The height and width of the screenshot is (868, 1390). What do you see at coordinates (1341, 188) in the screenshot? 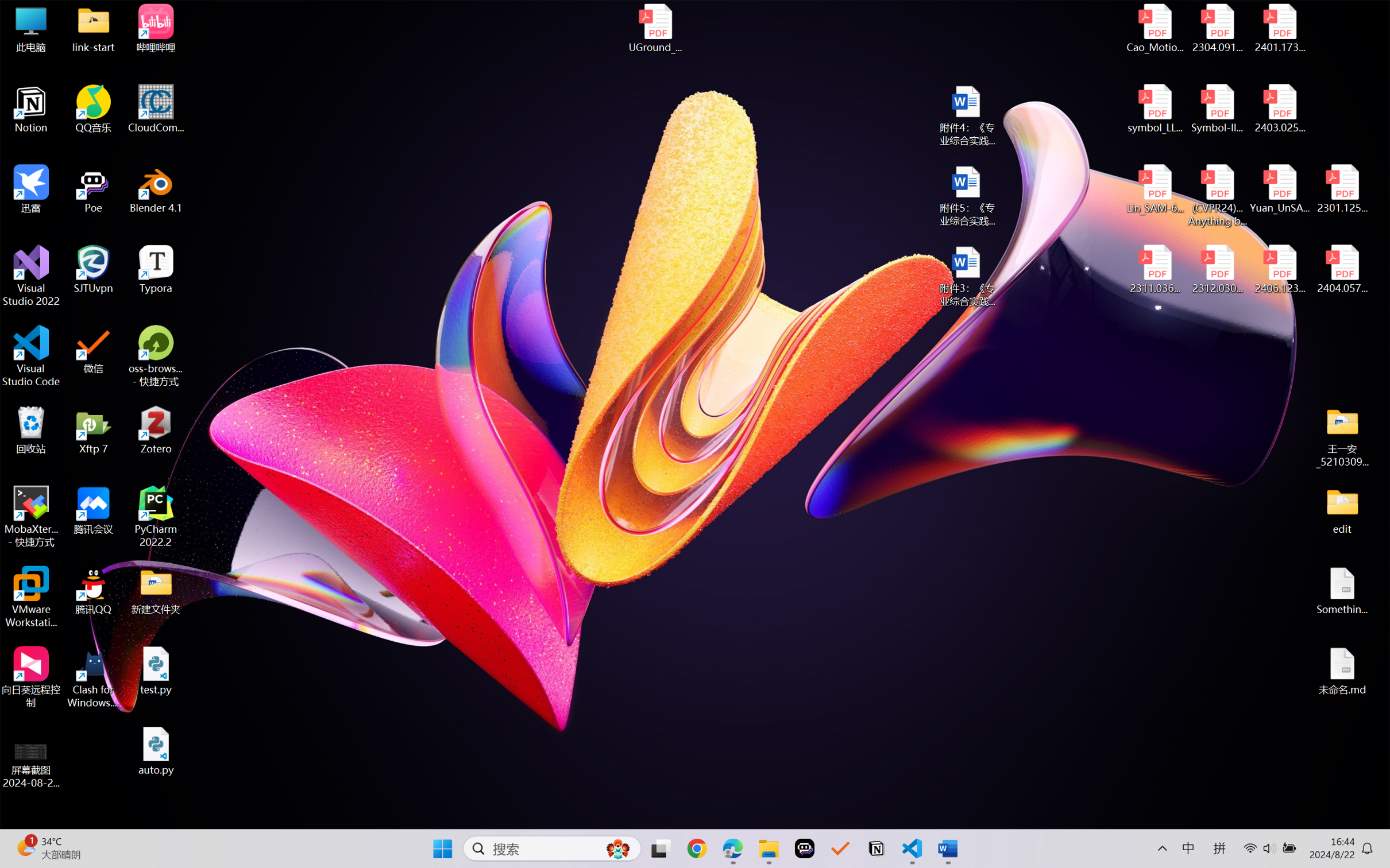
I see `'2301.12597v3.pdf'` at bounding box center [1341, 188].